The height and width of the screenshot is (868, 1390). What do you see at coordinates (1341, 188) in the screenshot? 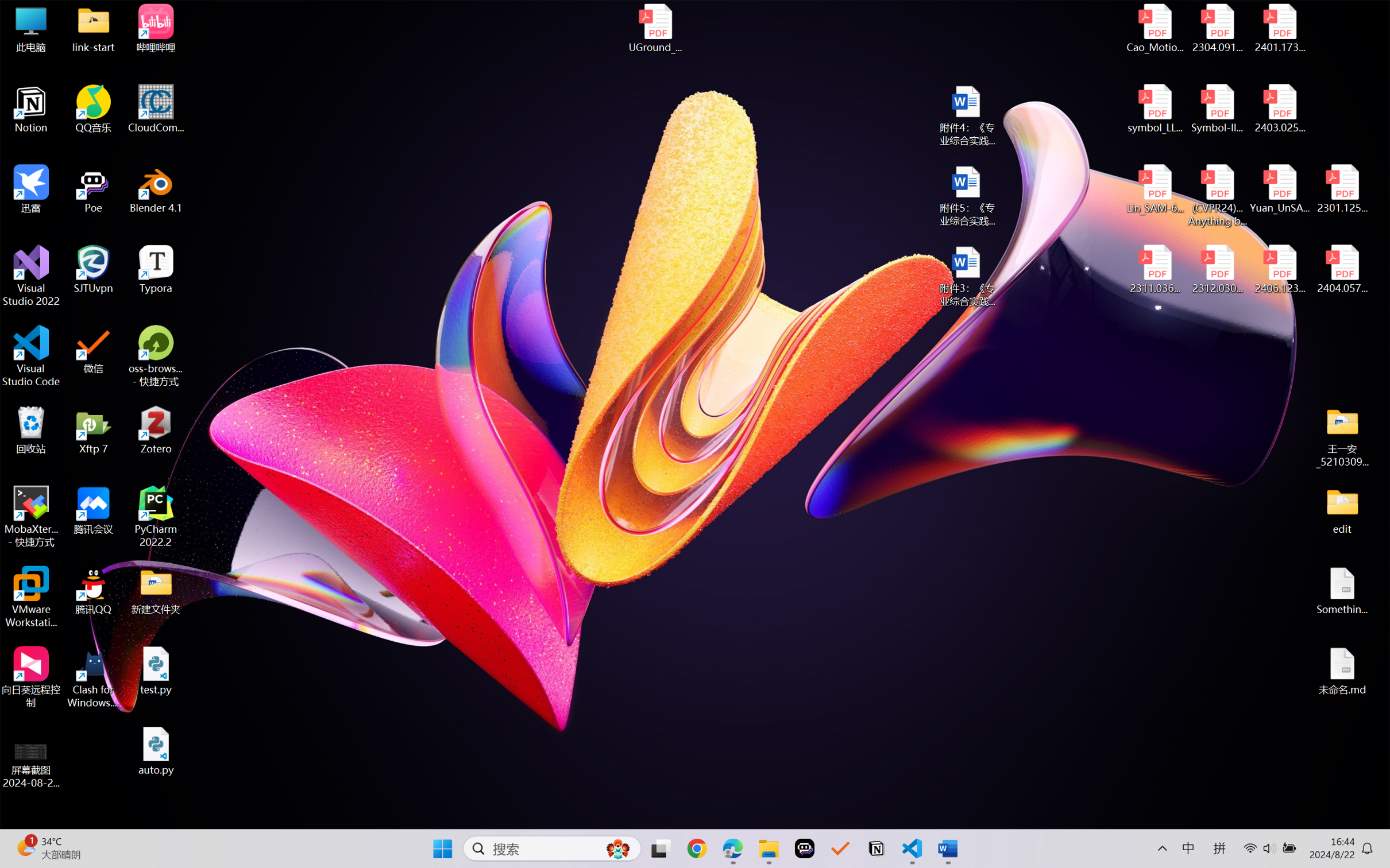
I see `'2301.12597v3.pdf'` at bounding box center [1341, 188].